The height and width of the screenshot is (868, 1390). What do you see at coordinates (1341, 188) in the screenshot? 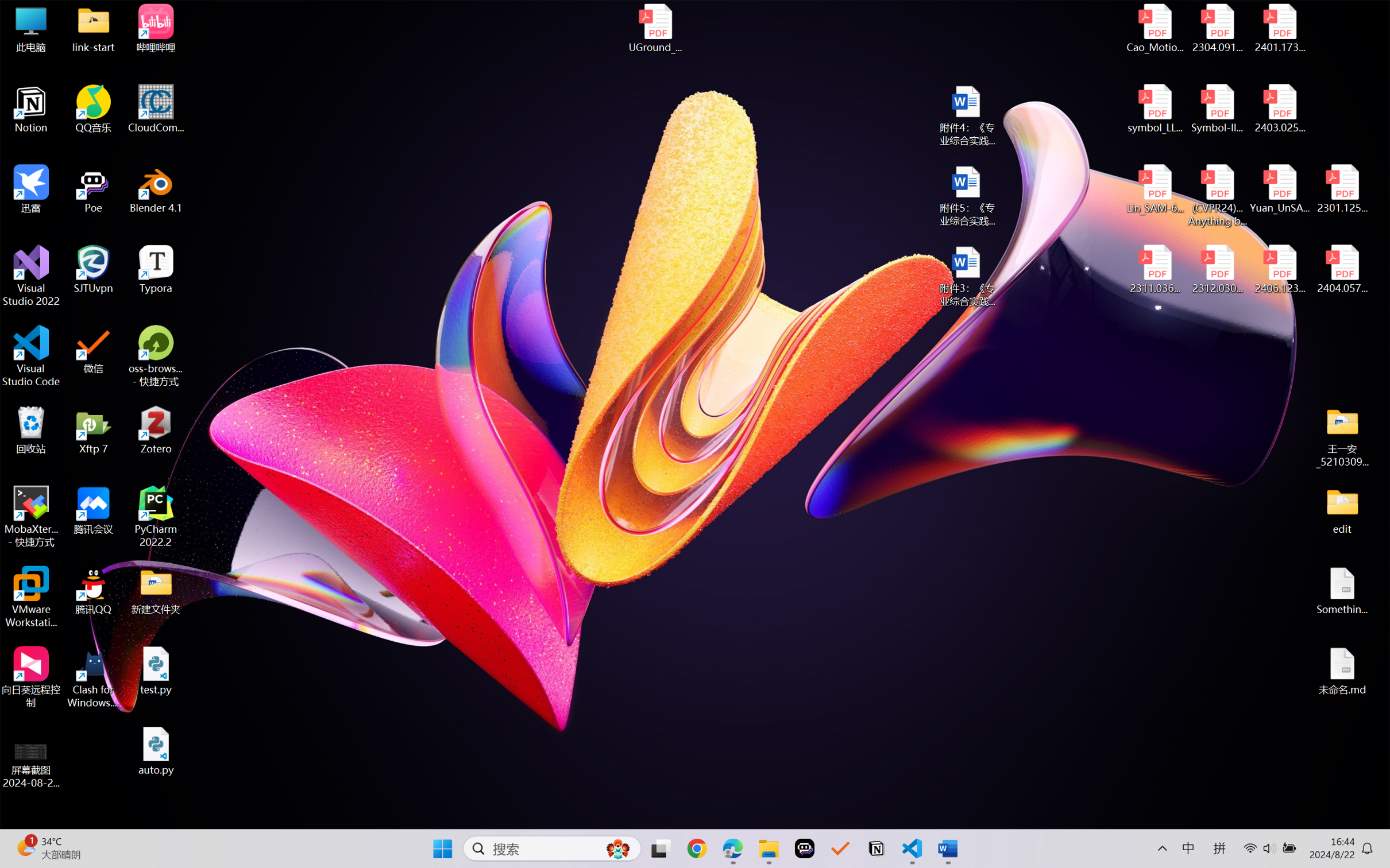
I see `'2301.12597v3.pdf'` at bounding box center [1341, 188].